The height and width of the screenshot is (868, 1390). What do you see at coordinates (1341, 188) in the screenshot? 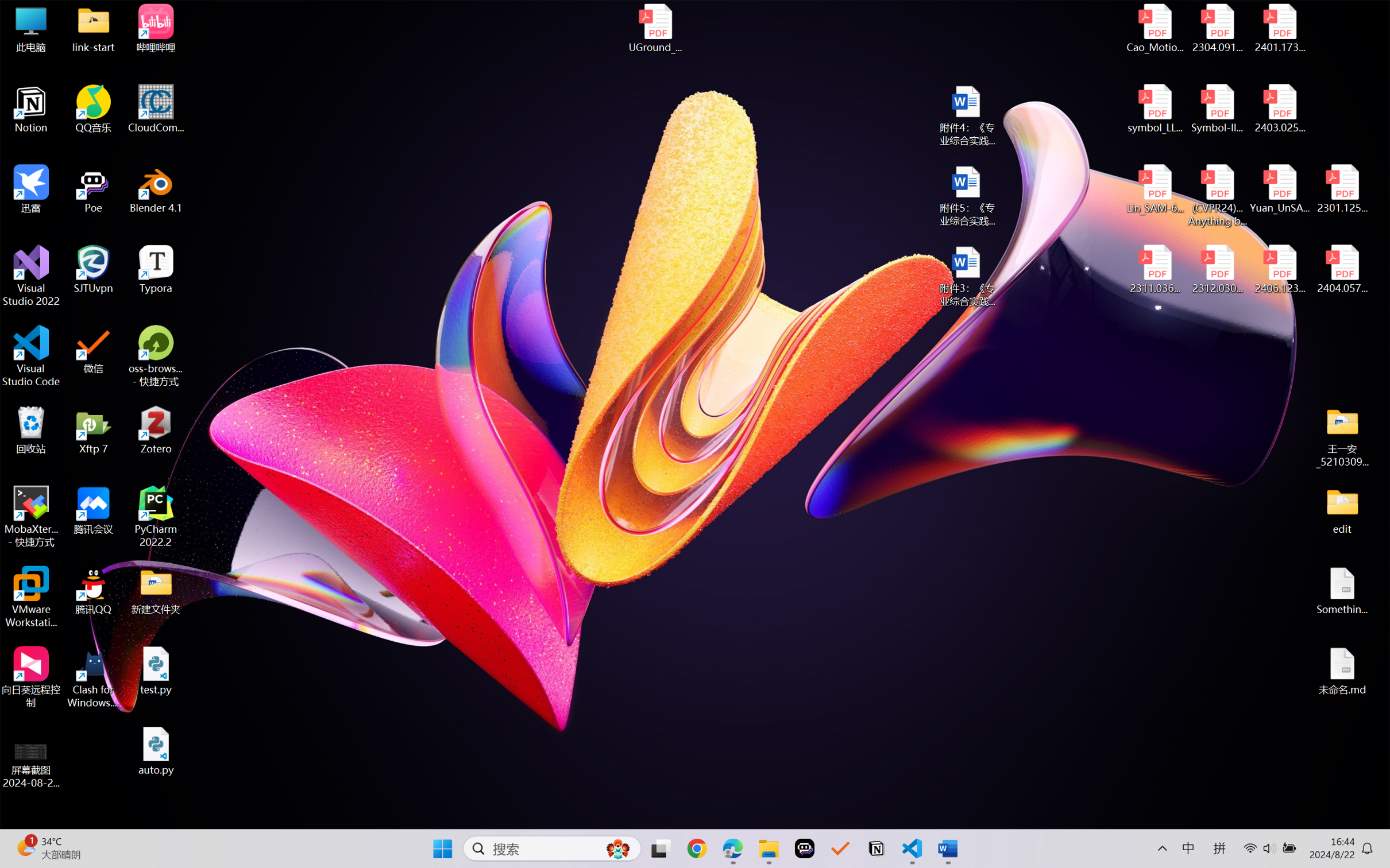
I see `'2301.12597v3.pdf'` at bounding box center [1341, 188].